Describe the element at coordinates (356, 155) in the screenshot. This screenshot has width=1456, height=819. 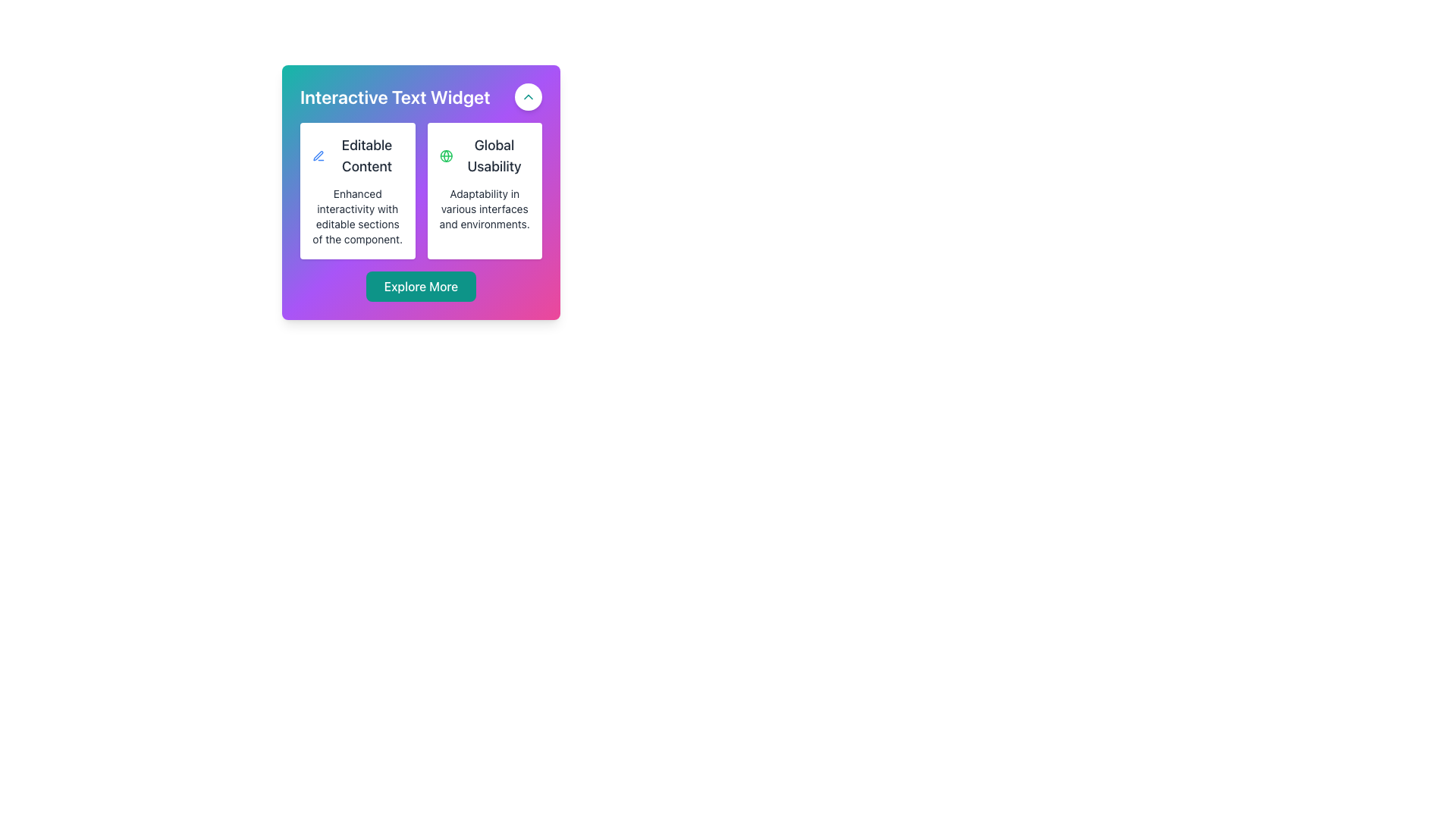
I see `the text details of the Label with an icon that serves as a title for the left card in the two-card layout` at that location.